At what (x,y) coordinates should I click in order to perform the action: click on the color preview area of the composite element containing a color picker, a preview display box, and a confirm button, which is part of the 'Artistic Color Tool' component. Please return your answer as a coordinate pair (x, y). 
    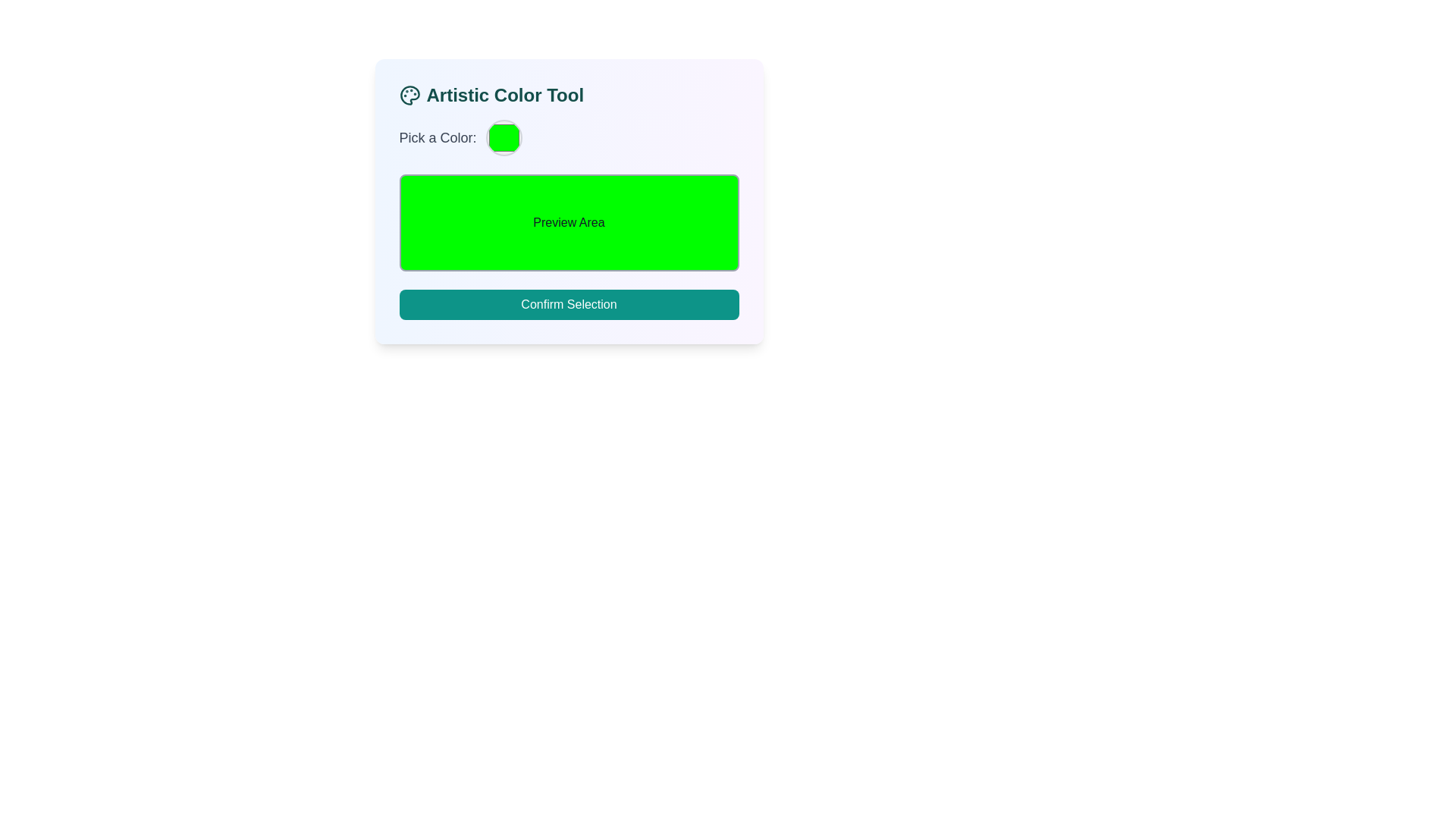
    Looking at the image, I should click on (568, 219).